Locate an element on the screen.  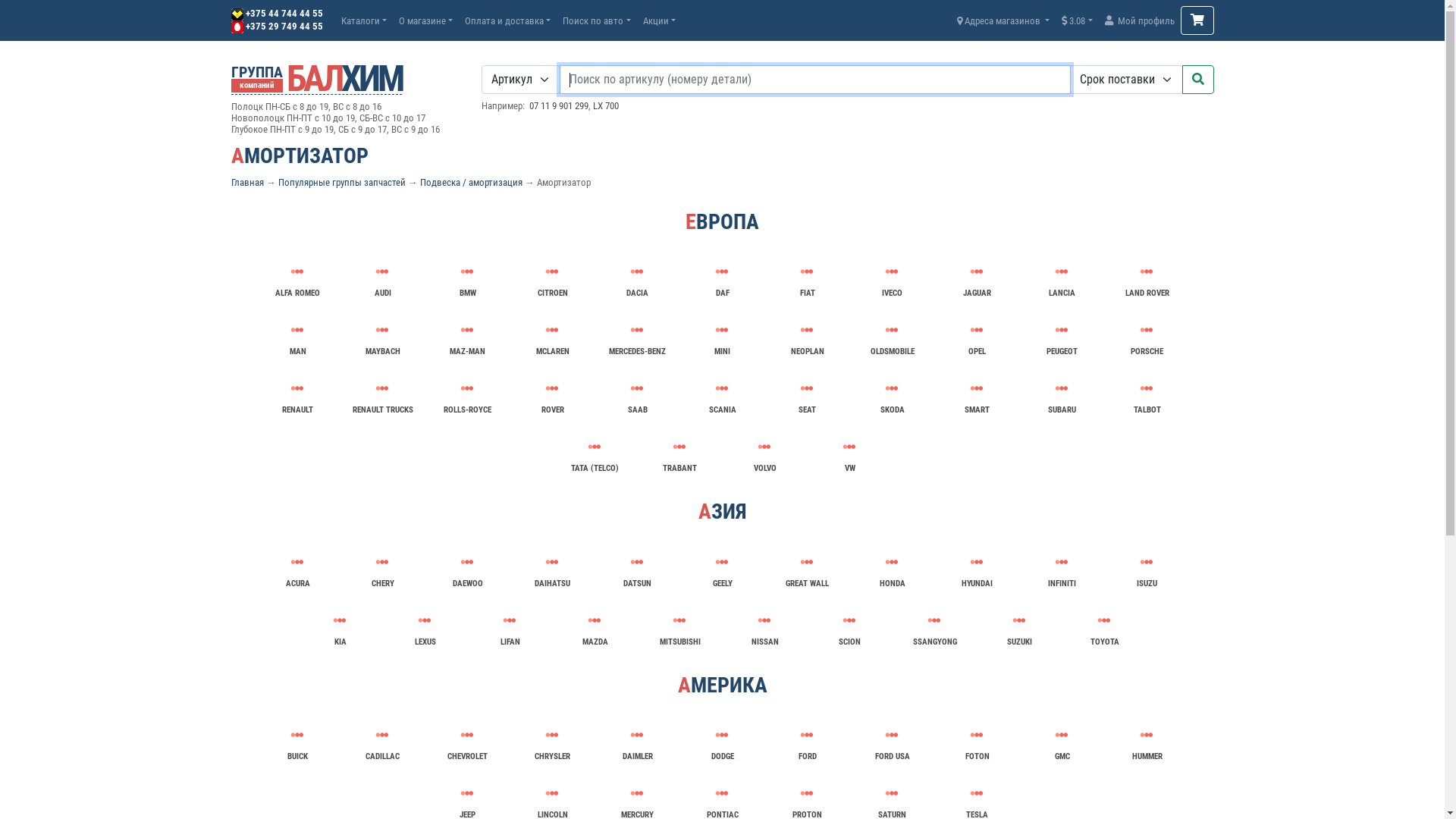
'JAGUAR' is located at coordinates (977, 277).